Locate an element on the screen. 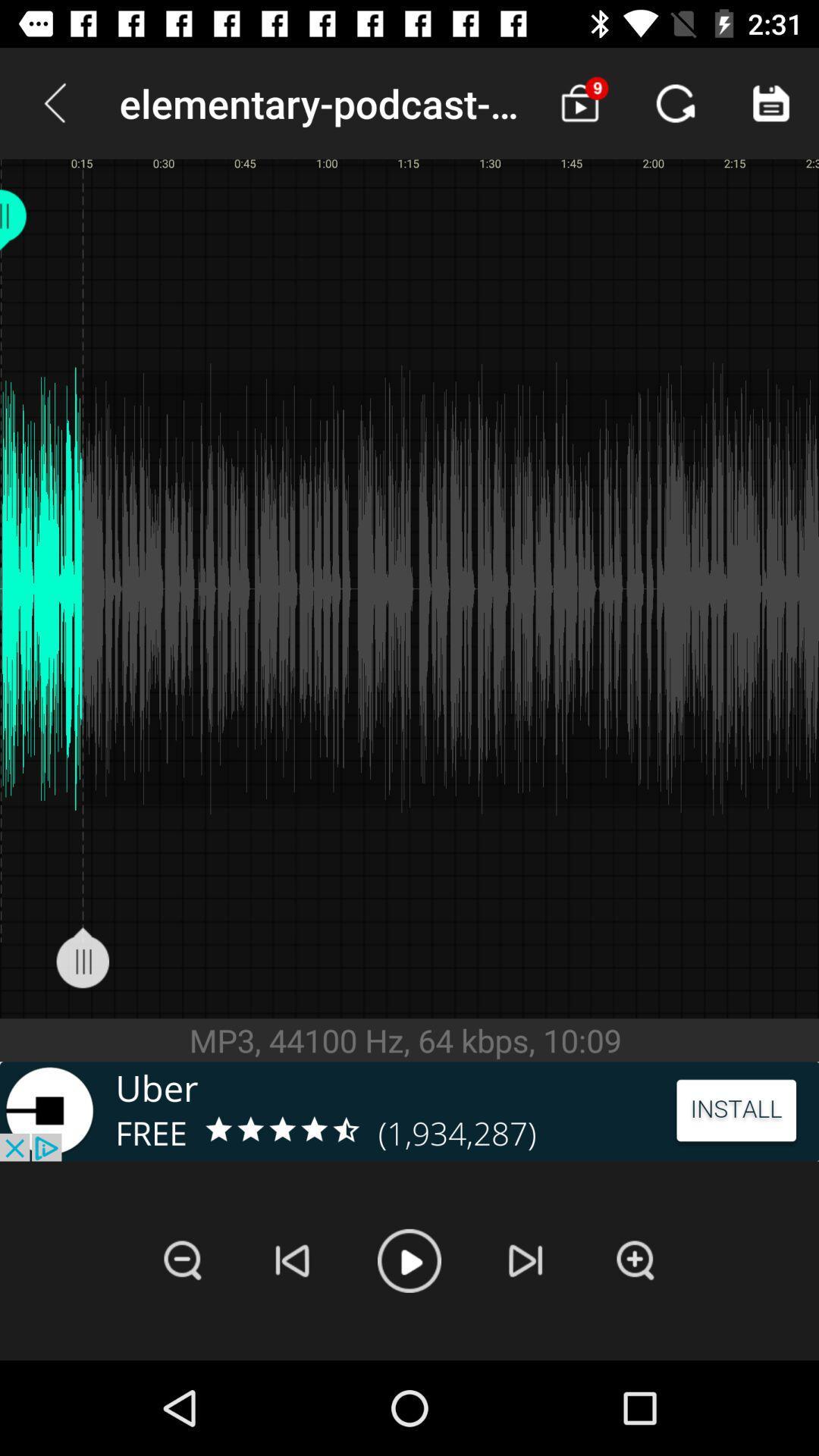 This screenshot has height=1456, width=819. the skip_previous icon is located at coordinates (293, 1260).